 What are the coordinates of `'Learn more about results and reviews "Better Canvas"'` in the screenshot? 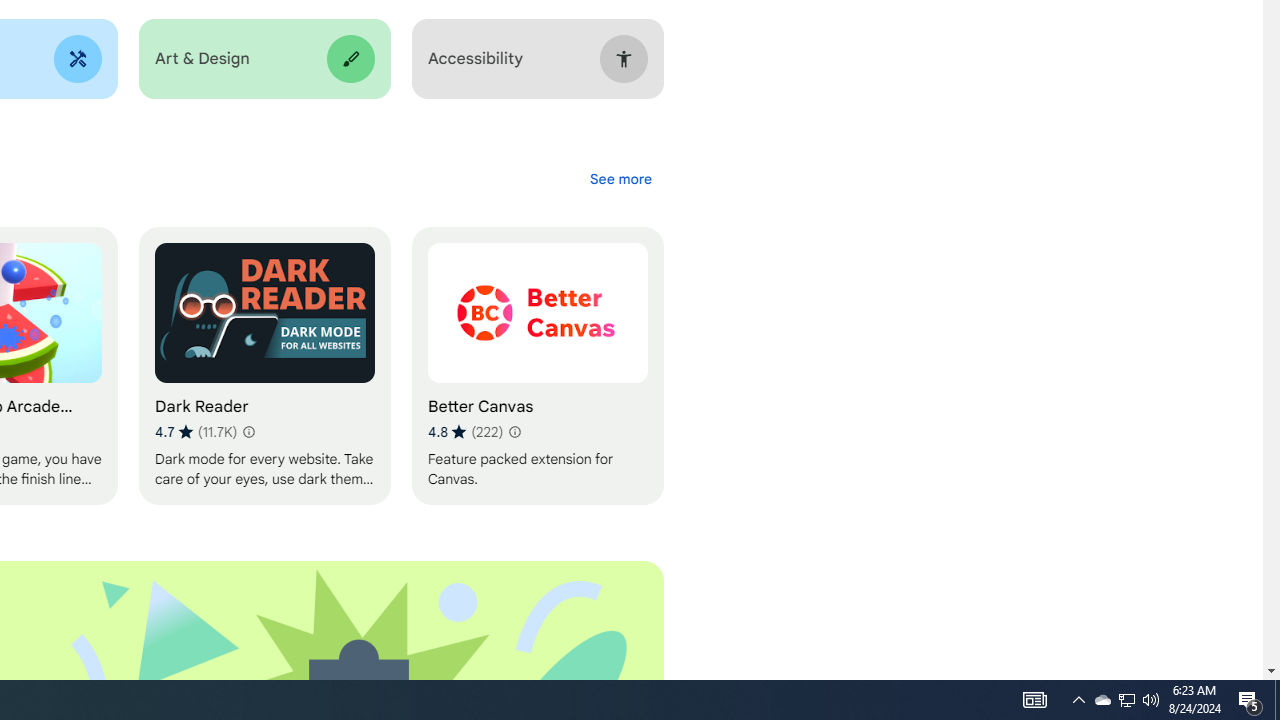 It's located at (513, 431).